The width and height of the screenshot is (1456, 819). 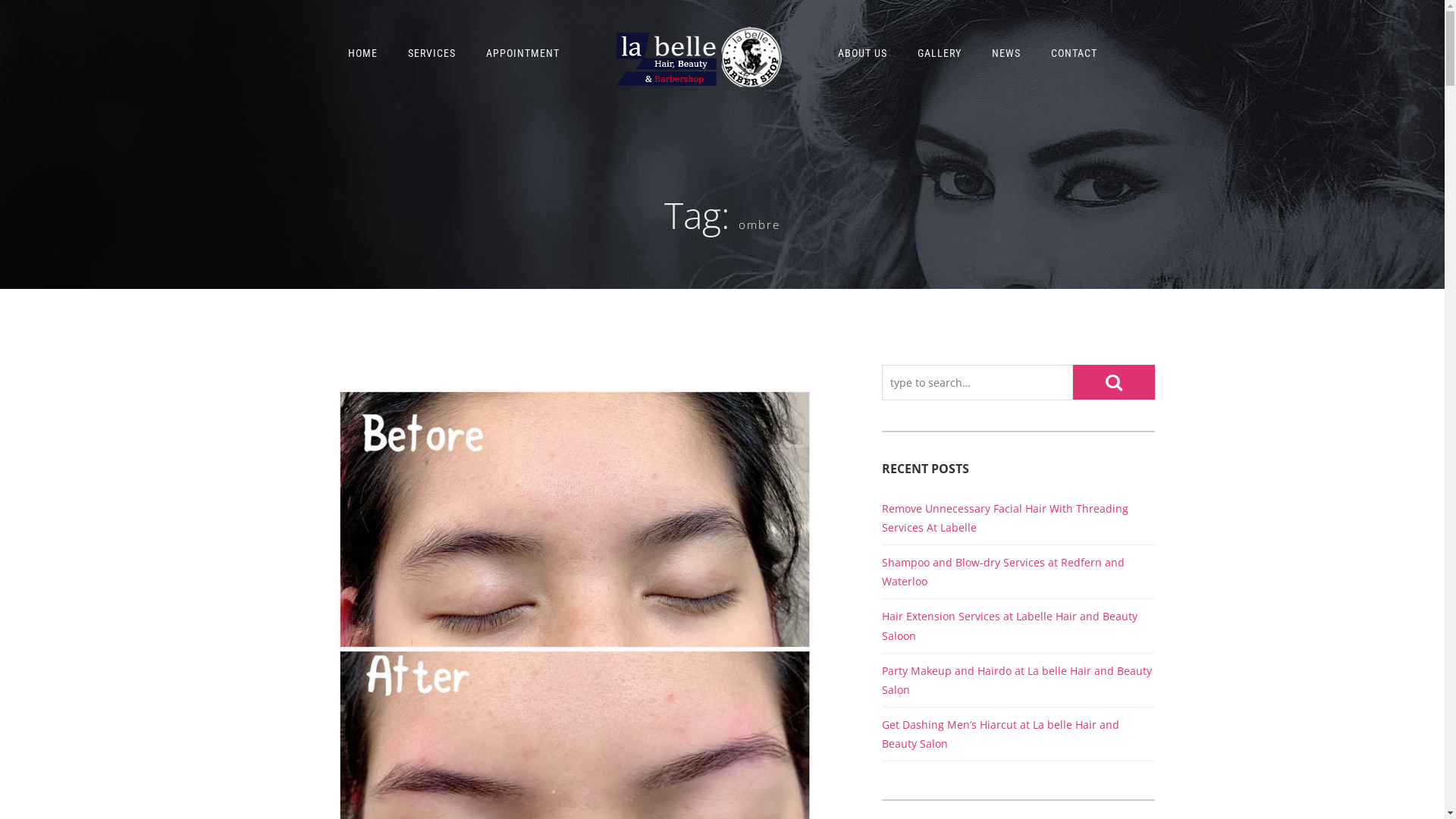 I want to click on 'GALLERY', so click(x=938, y=52).